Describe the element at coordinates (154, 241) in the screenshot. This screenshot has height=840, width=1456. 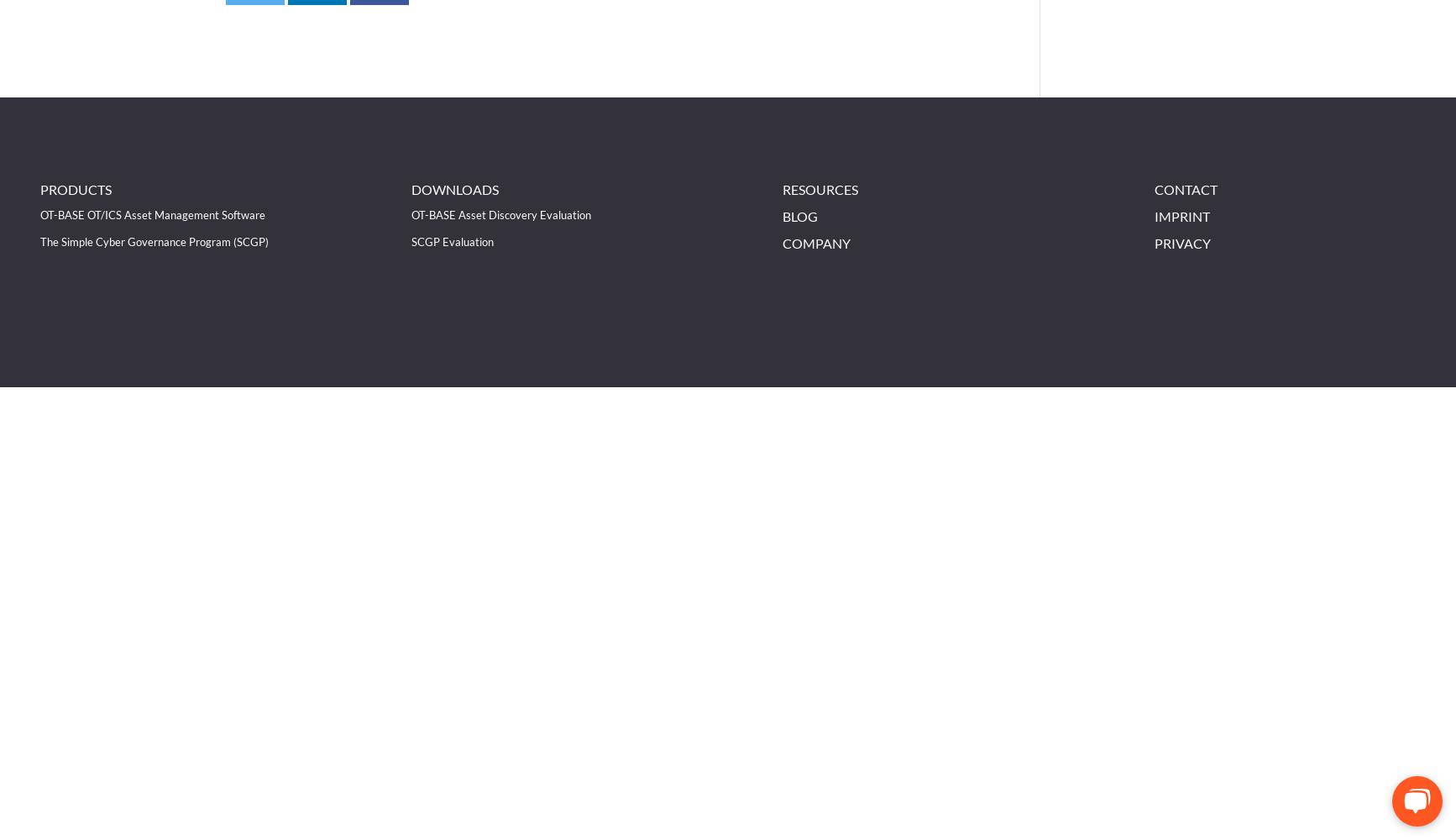
I see `'The Simple Cyber Governance Program (SCGP)'` at that location.